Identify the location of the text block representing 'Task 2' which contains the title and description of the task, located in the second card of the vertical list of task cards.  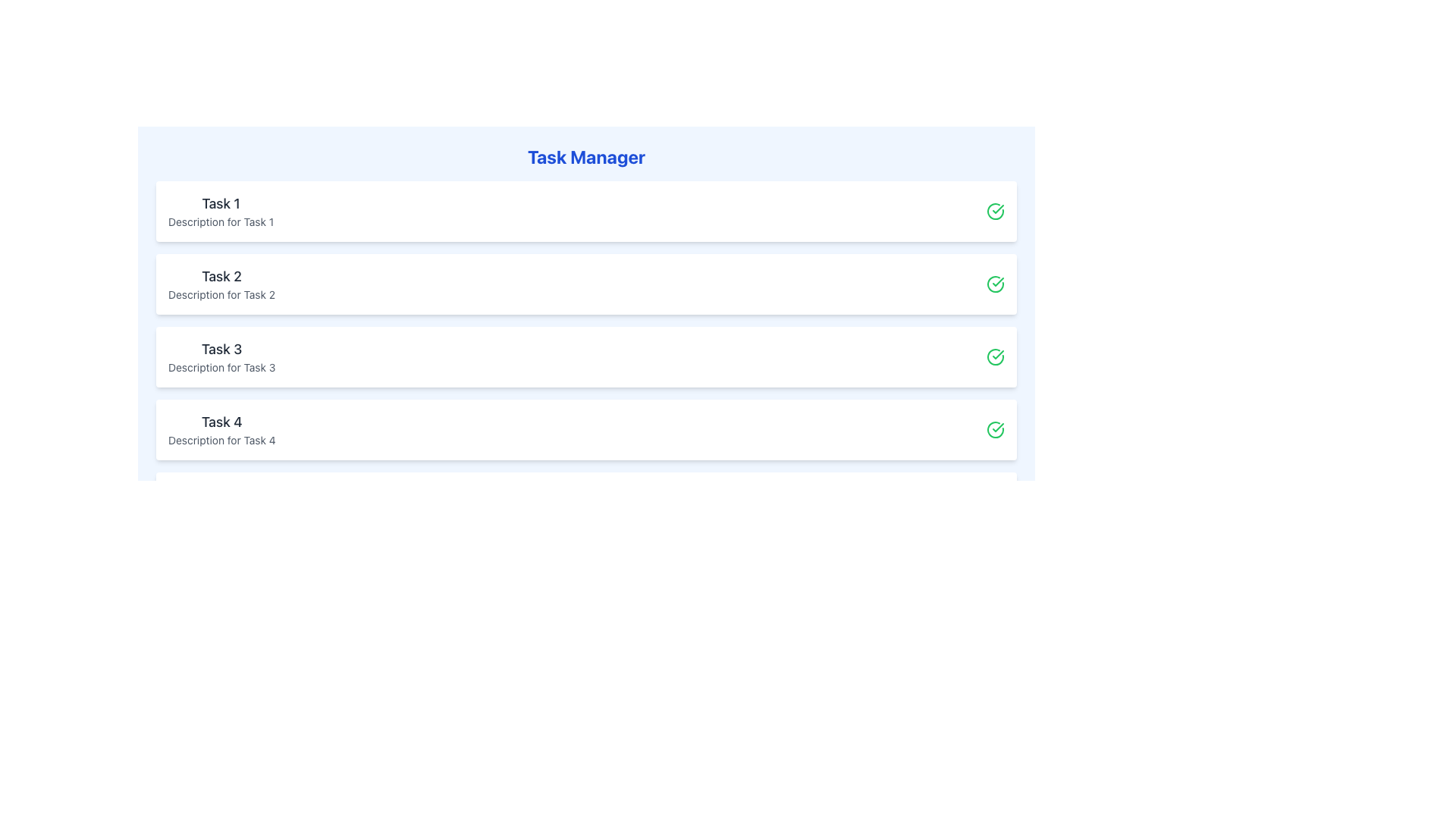
(221, 284).